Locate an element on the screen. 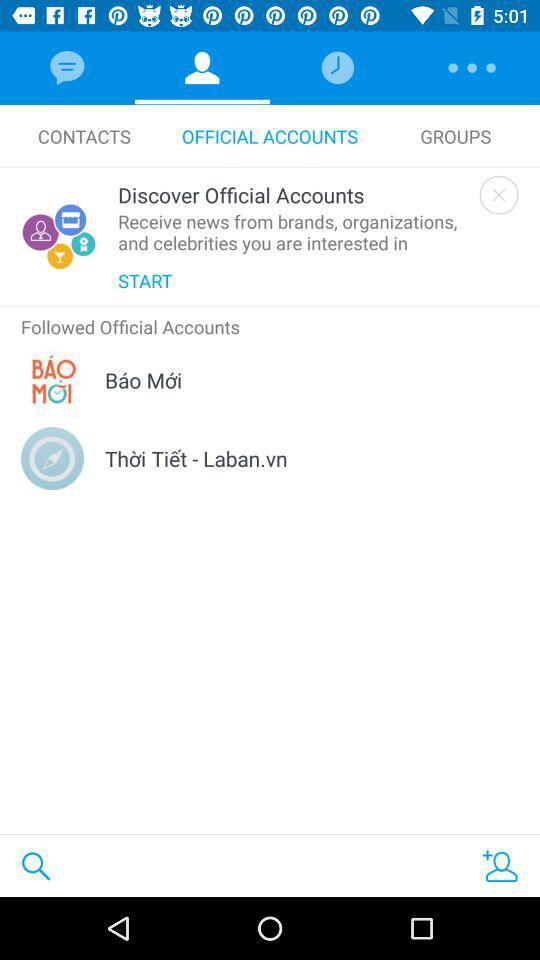  close is located at coordinates (498, 195).